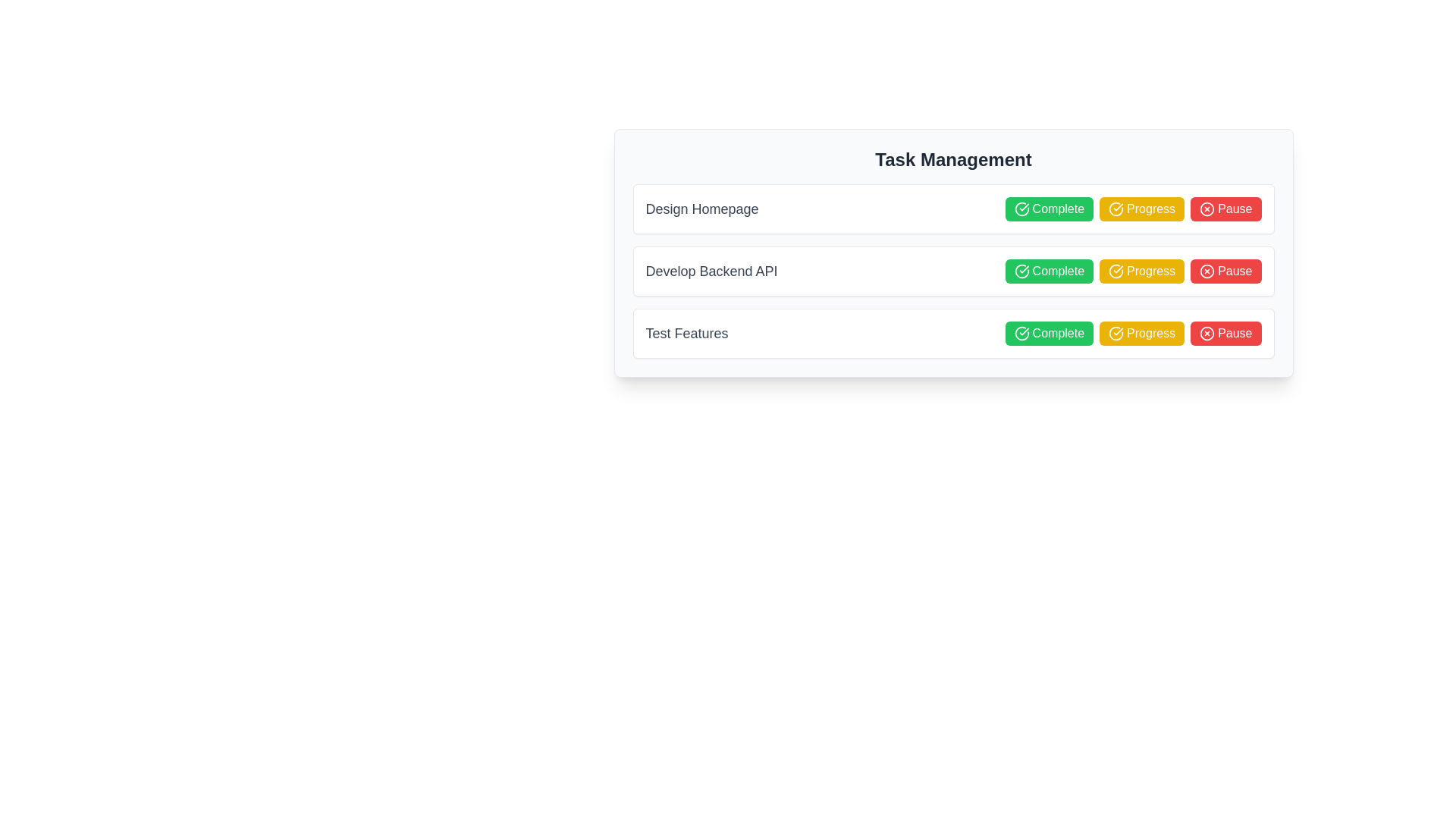  What do you see at coordinates (1116, 332) in the screenshot?
I see `the 'Progress' button which has a yellow background and white text, located in the third row of the task management table` at bounding box center [1116, 332].